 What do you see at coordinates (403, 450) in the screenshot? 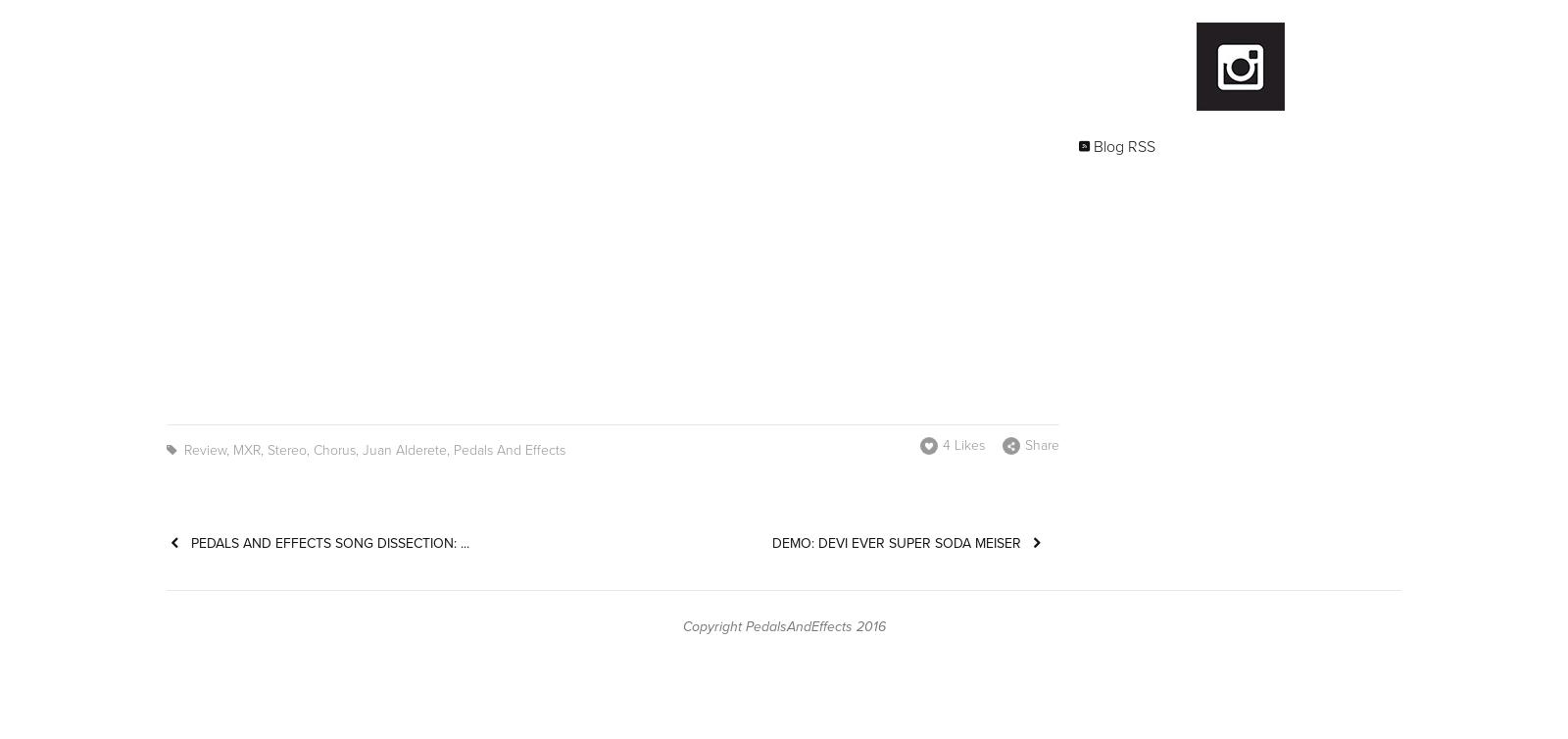
I see `'Juan Alderete'` at bounding box center [403, 450].